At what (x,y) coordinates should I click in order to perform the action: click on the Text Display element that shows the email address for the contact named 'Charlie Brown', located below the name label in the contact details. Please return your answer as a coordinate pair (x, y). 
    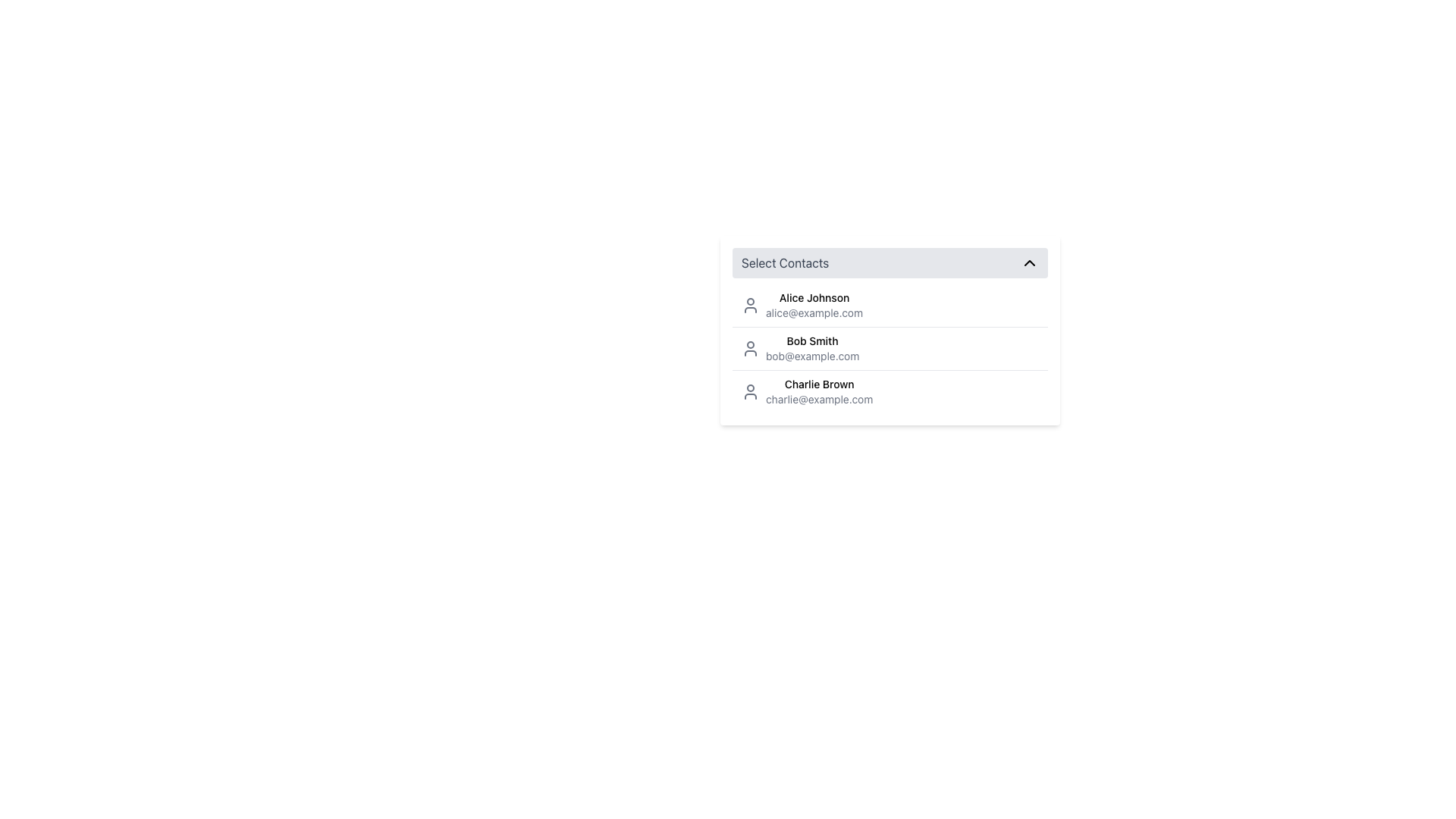
    Looking at the image, I should click on (818, 399).